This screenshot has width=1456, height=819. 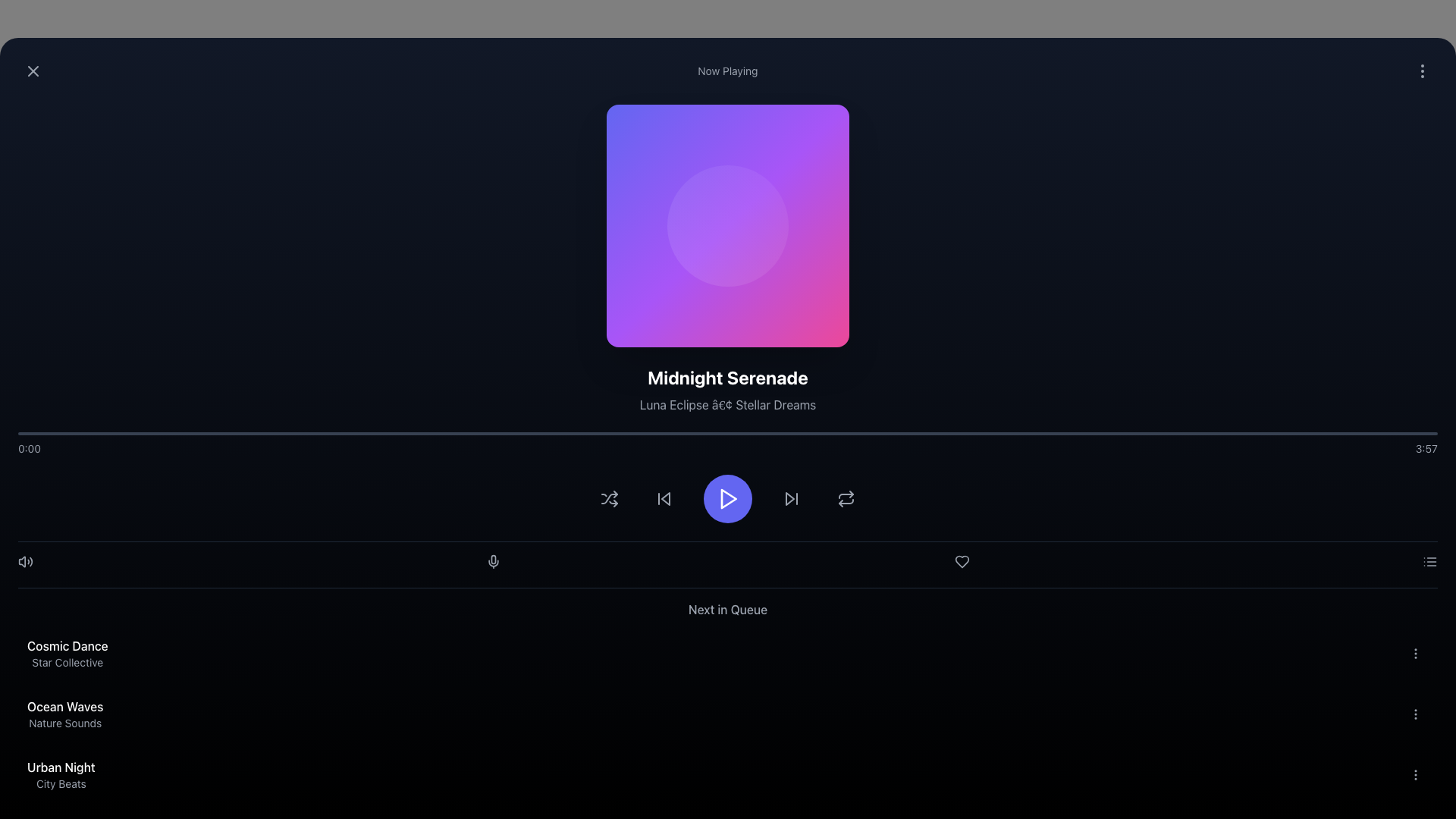 What do you see at coordinates (67, 662) in the screenshot?
I see `the static text label that serves as metadata or a secondary descriptor for 'Cosmic Dance', located directly below the 'Cosmic Dance' text` at bounding box center [67, 662].